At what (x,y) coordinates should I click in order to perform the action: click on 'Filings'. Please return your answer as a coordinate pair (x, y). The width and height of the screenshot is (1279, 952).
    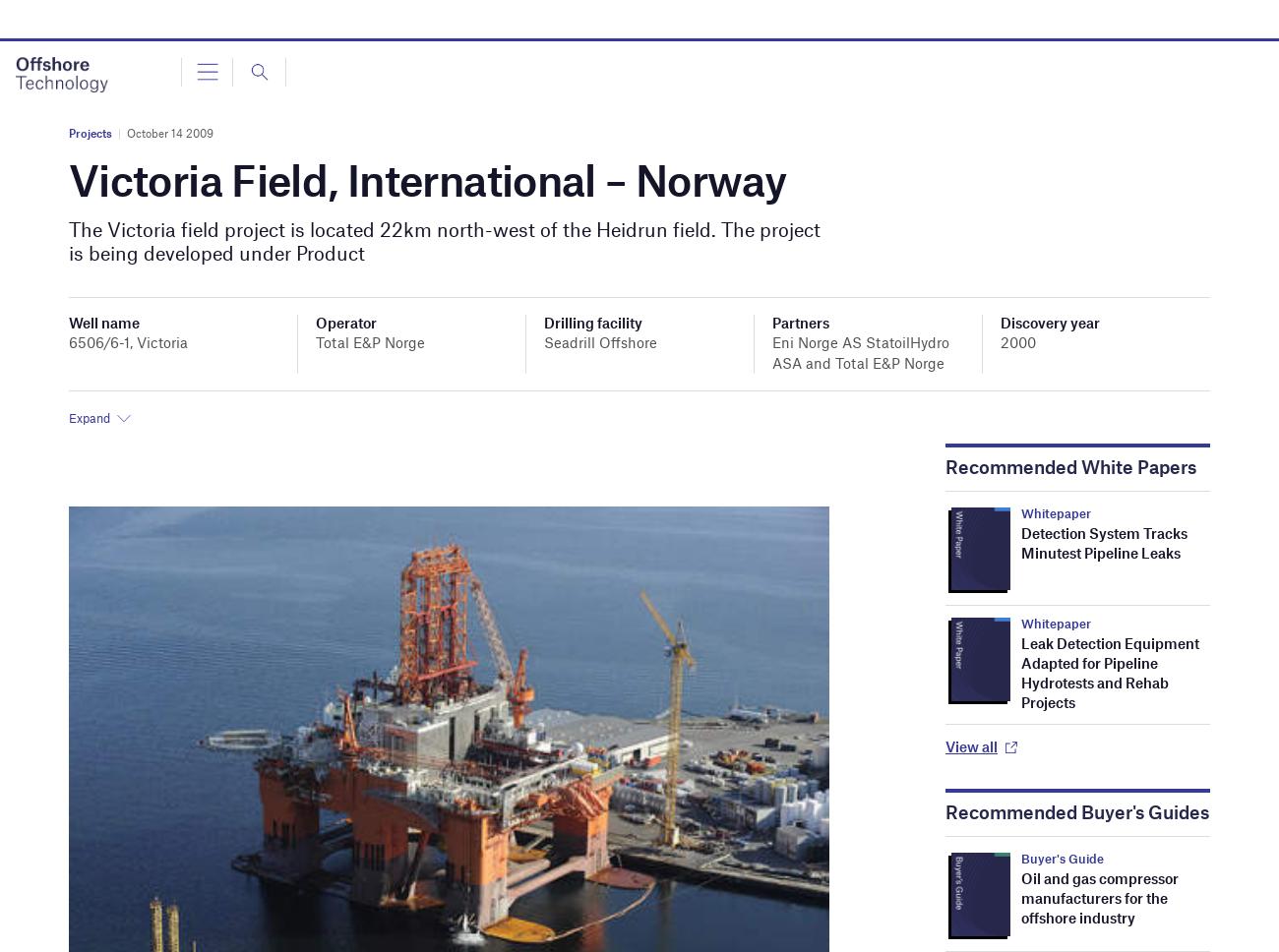
    Looking at the image, I should click on (77, 191).